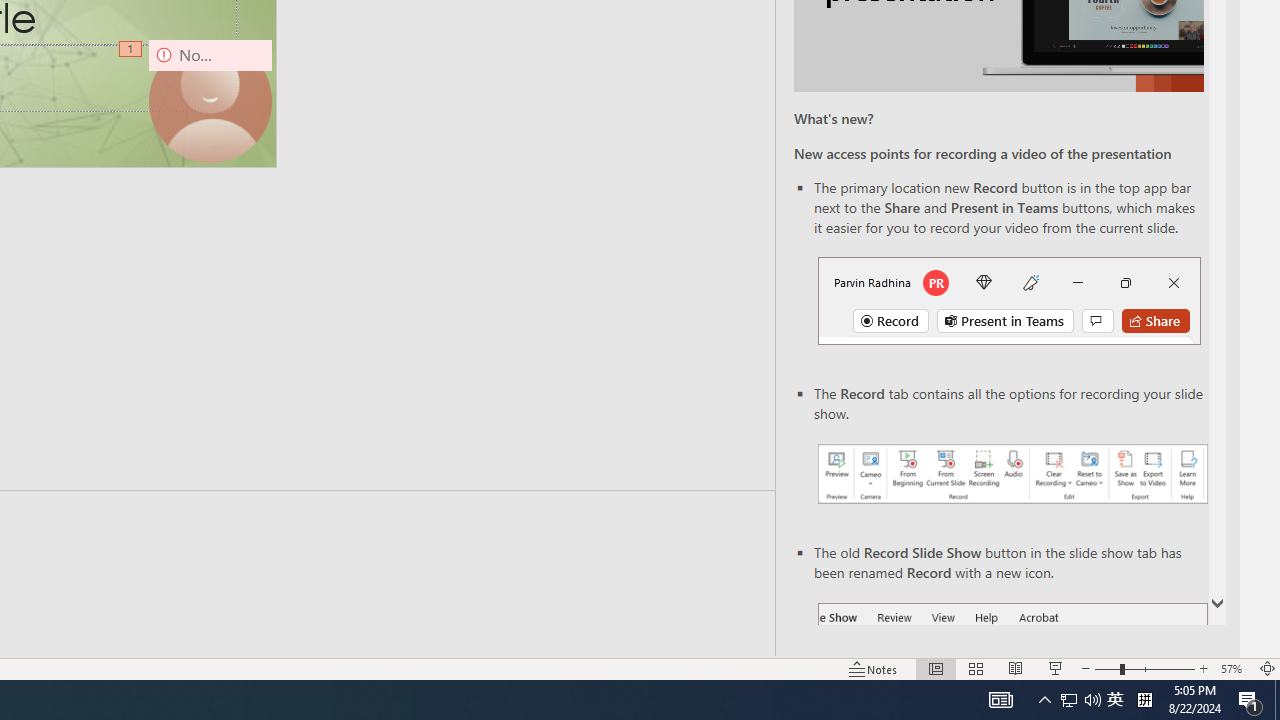  What do you see at coordinates (1013, 474) in the screenshot?
I see `'Record your presentations screenshot one'` at bounding box center [1013, 474].